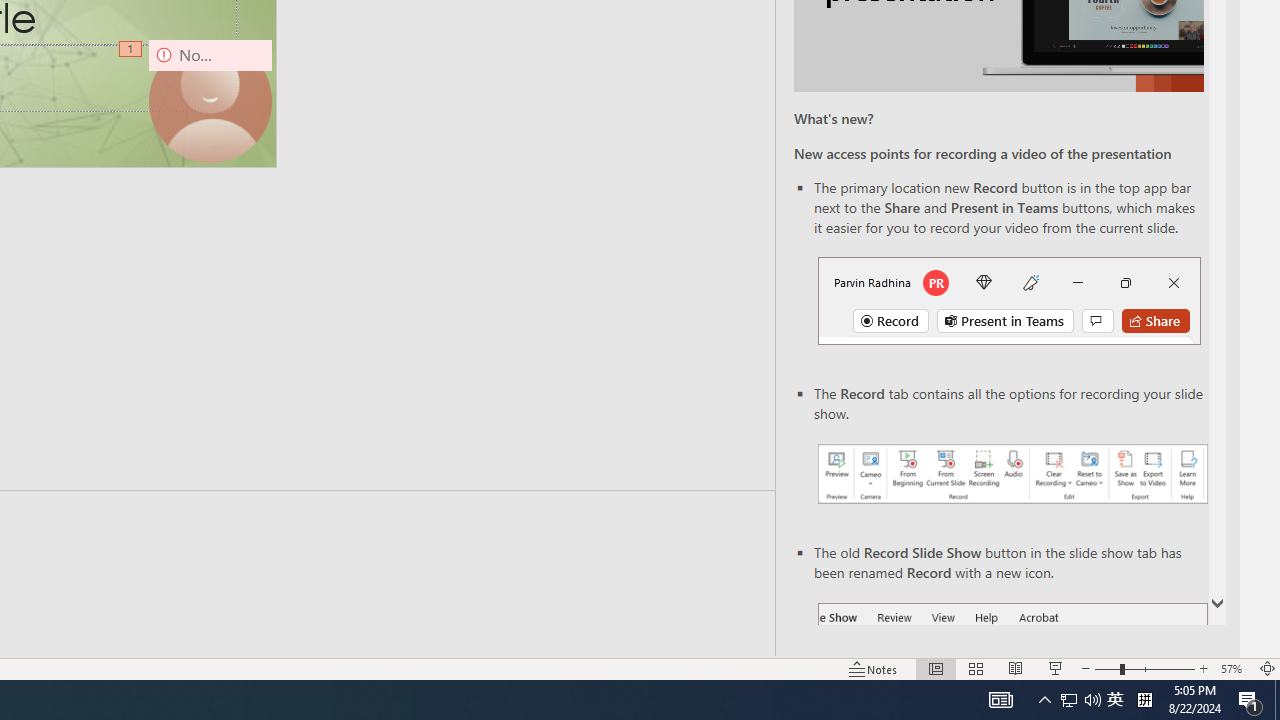  What do you see at coordinates (1013, 474) in the screenshot?
I see `'Record your presentations screenshot one'` at bounding box center [1013, 474].